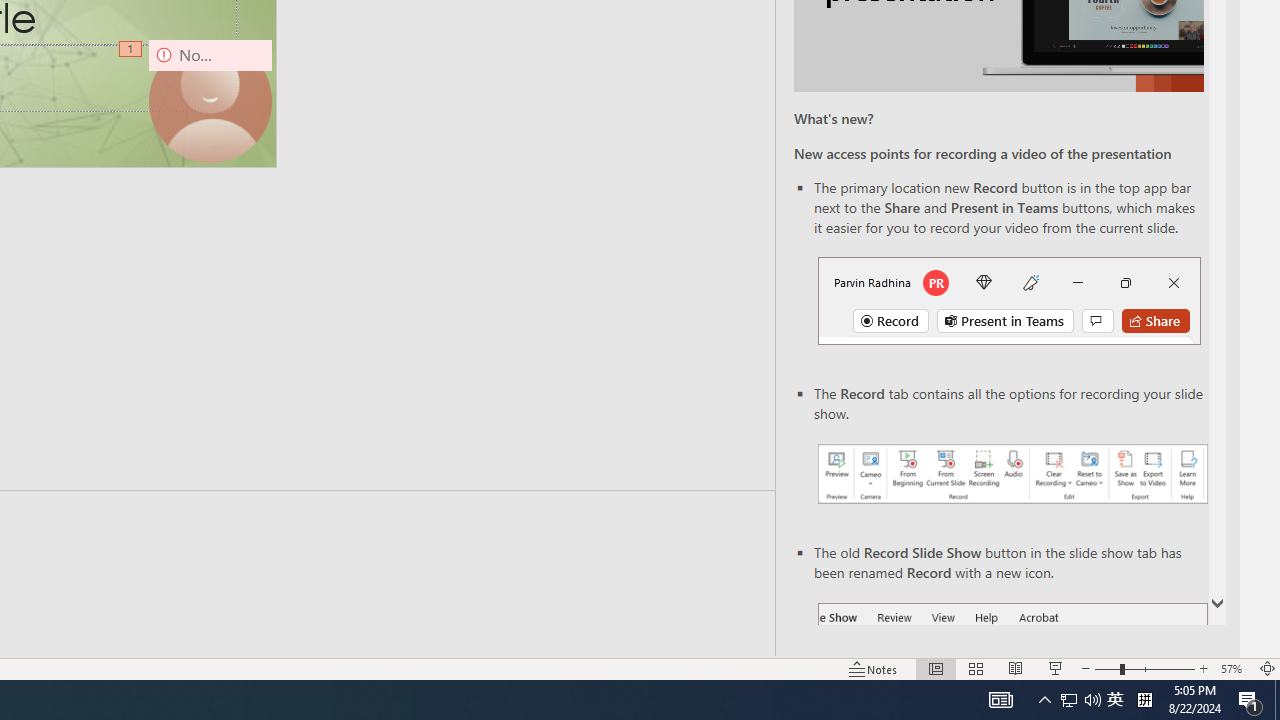  What do you see at coordinates (1013, 474) in the screenshot?
I see `'Record your presentations screenshot one'` at bounding box center [1013, 474].